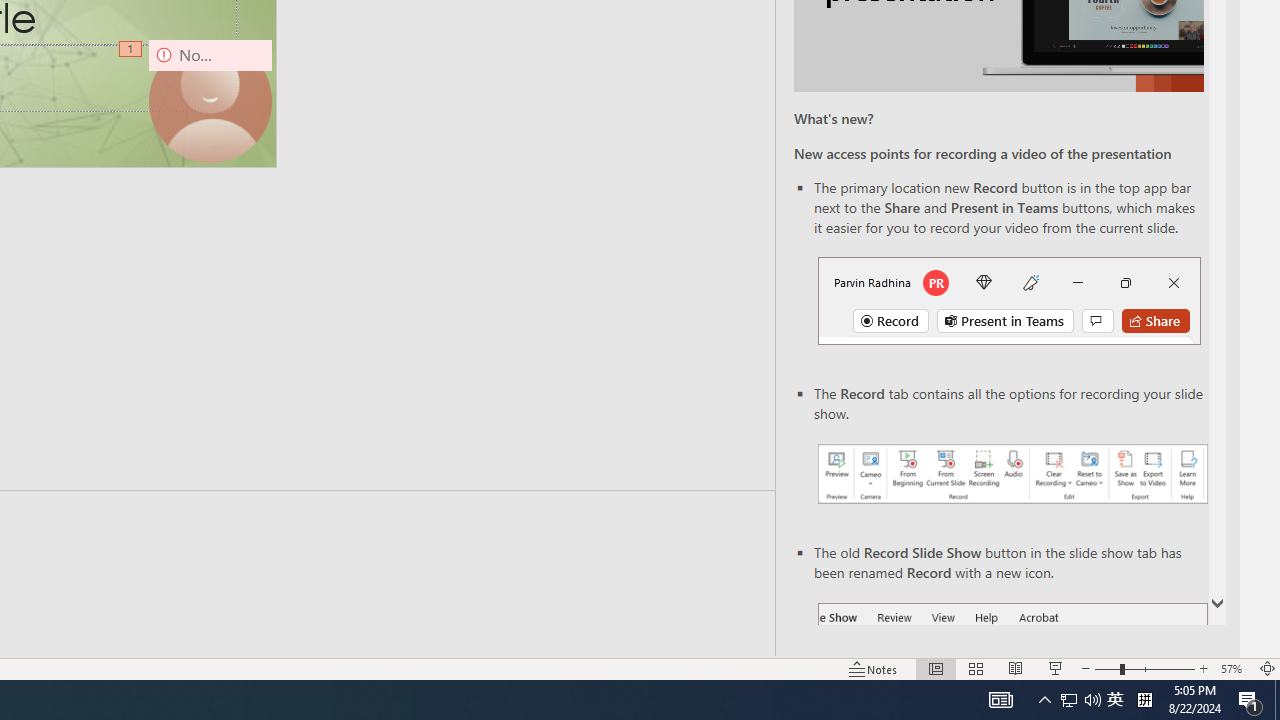  What do you see at coordinates (1013, 474) in the screenshot?
I see `'Record your presentations screenshot one'` at bounding box center [1013, 474].